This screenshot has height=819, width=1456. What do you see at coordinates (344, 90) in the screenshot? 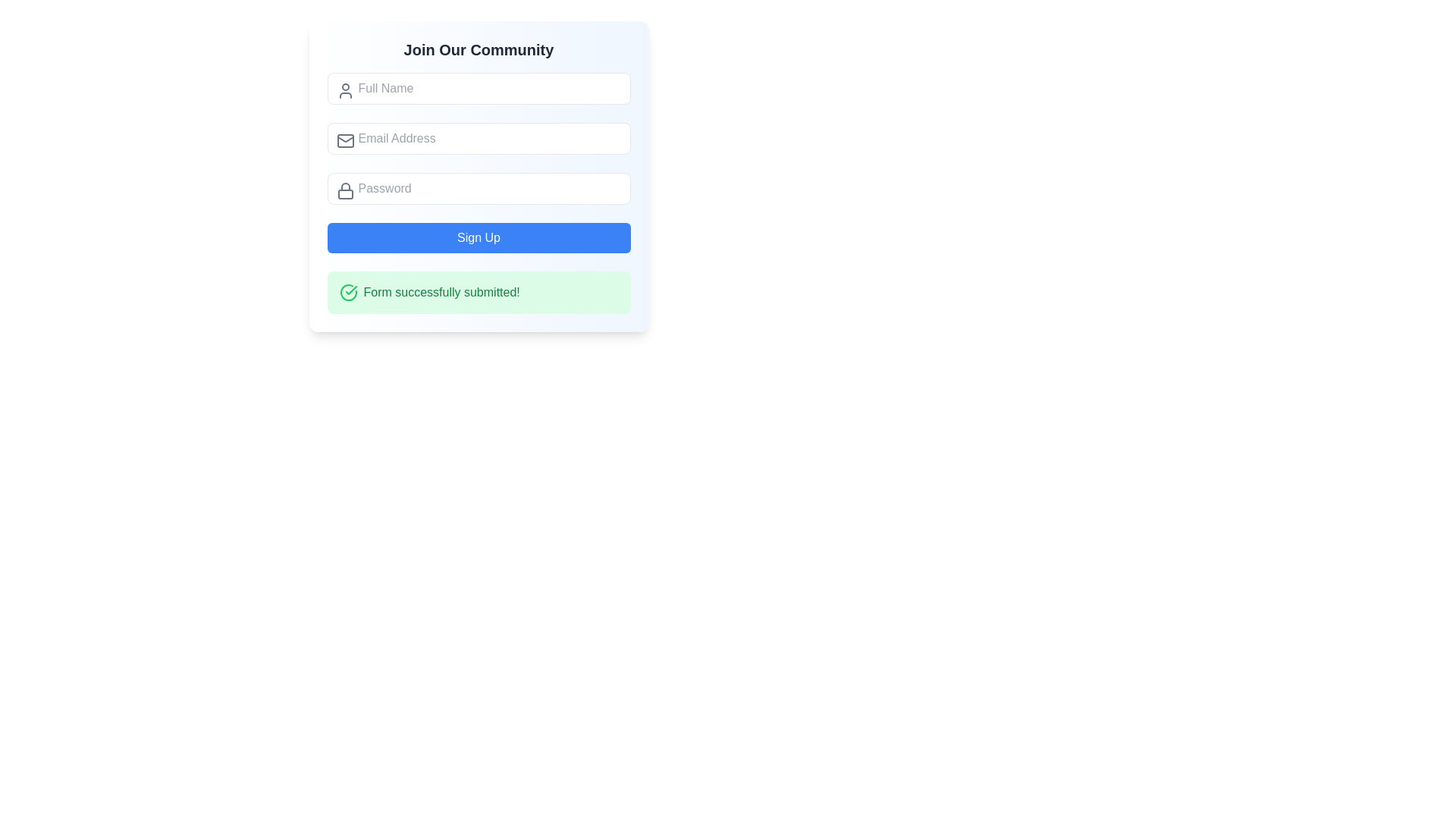
I see `the gray user icon representing a silhouette of a head and shoulders, located on the left side of the 'Full Name' text input field` at bounding box center [344, 90].